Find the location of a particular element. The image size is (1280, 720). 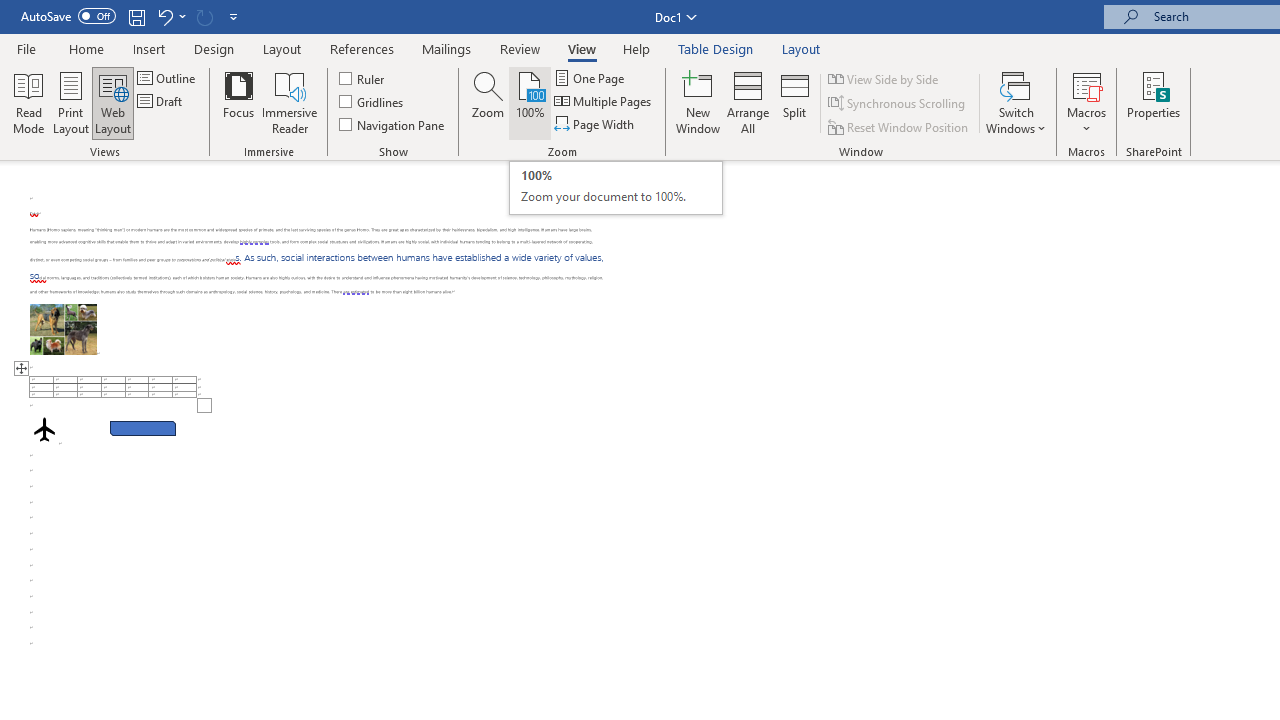

'One Page' is located at coordinates (589, 77).